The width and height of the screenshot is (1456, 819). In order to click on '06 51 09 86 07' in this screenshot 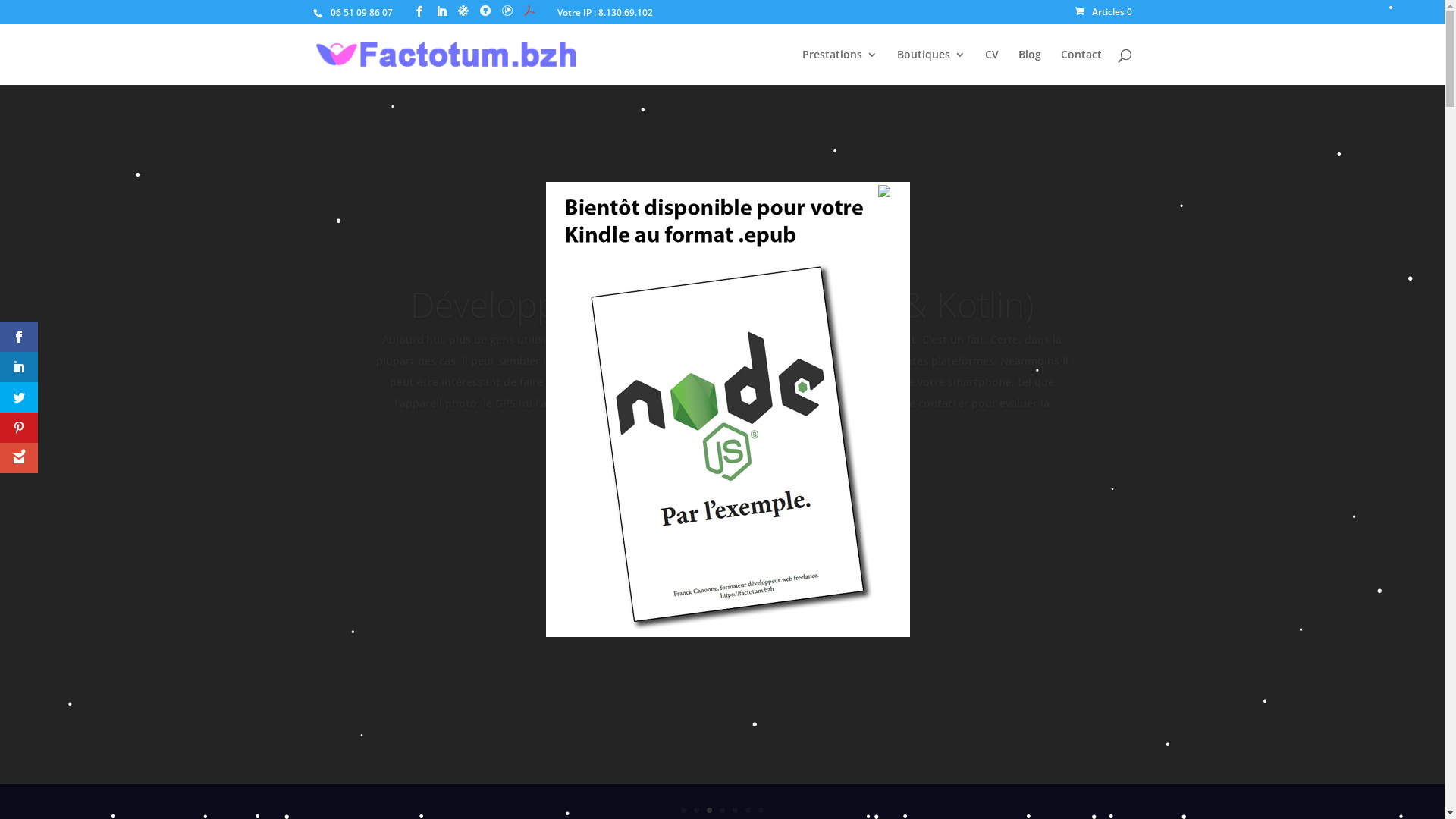, I will do `click(359, 12)`.